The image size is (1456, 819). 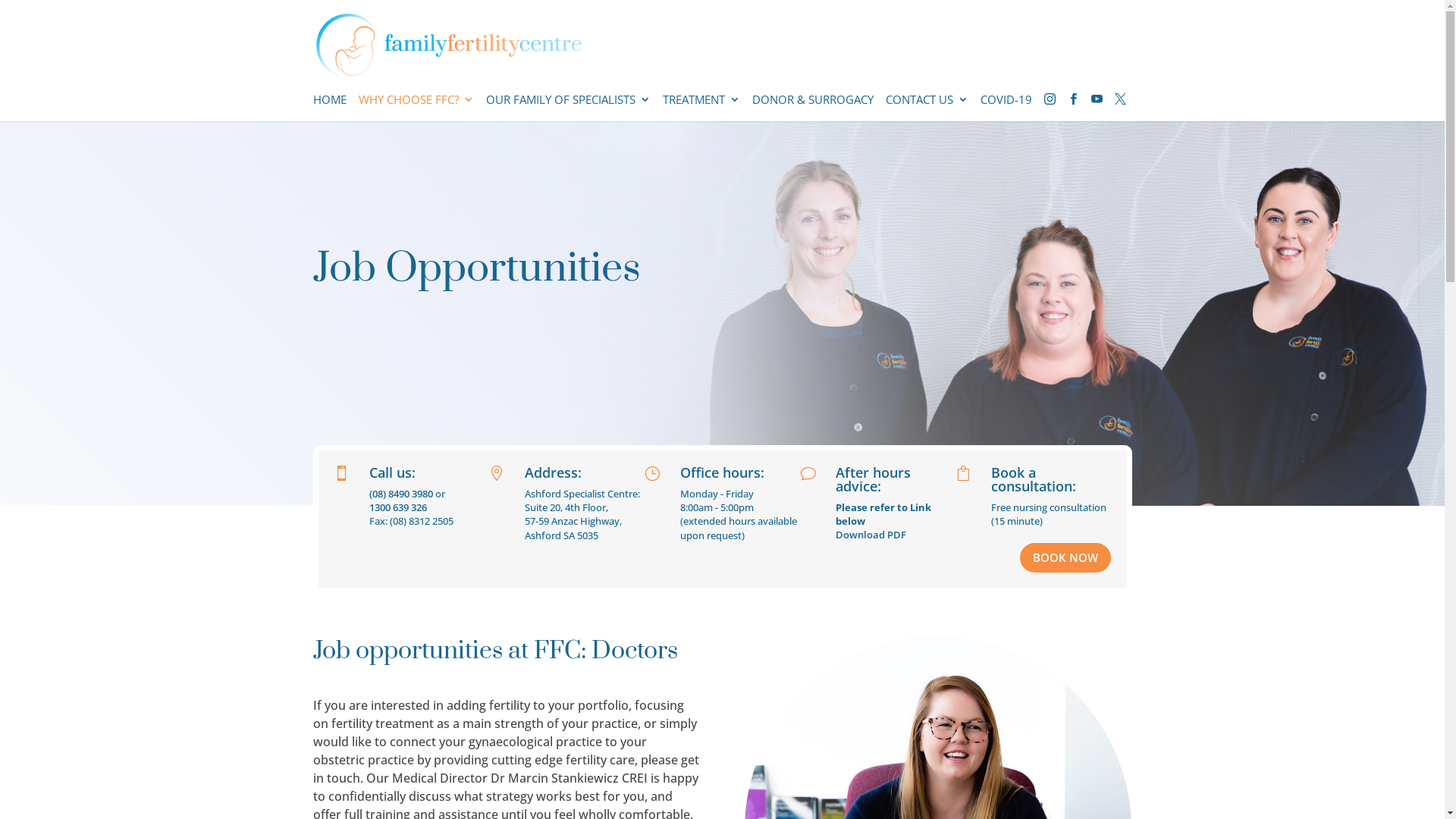 What do you see at coordinates (400, 494) in the screenshot?
I see `'(08) 8490 3980'` at bounding box center [400, 494].